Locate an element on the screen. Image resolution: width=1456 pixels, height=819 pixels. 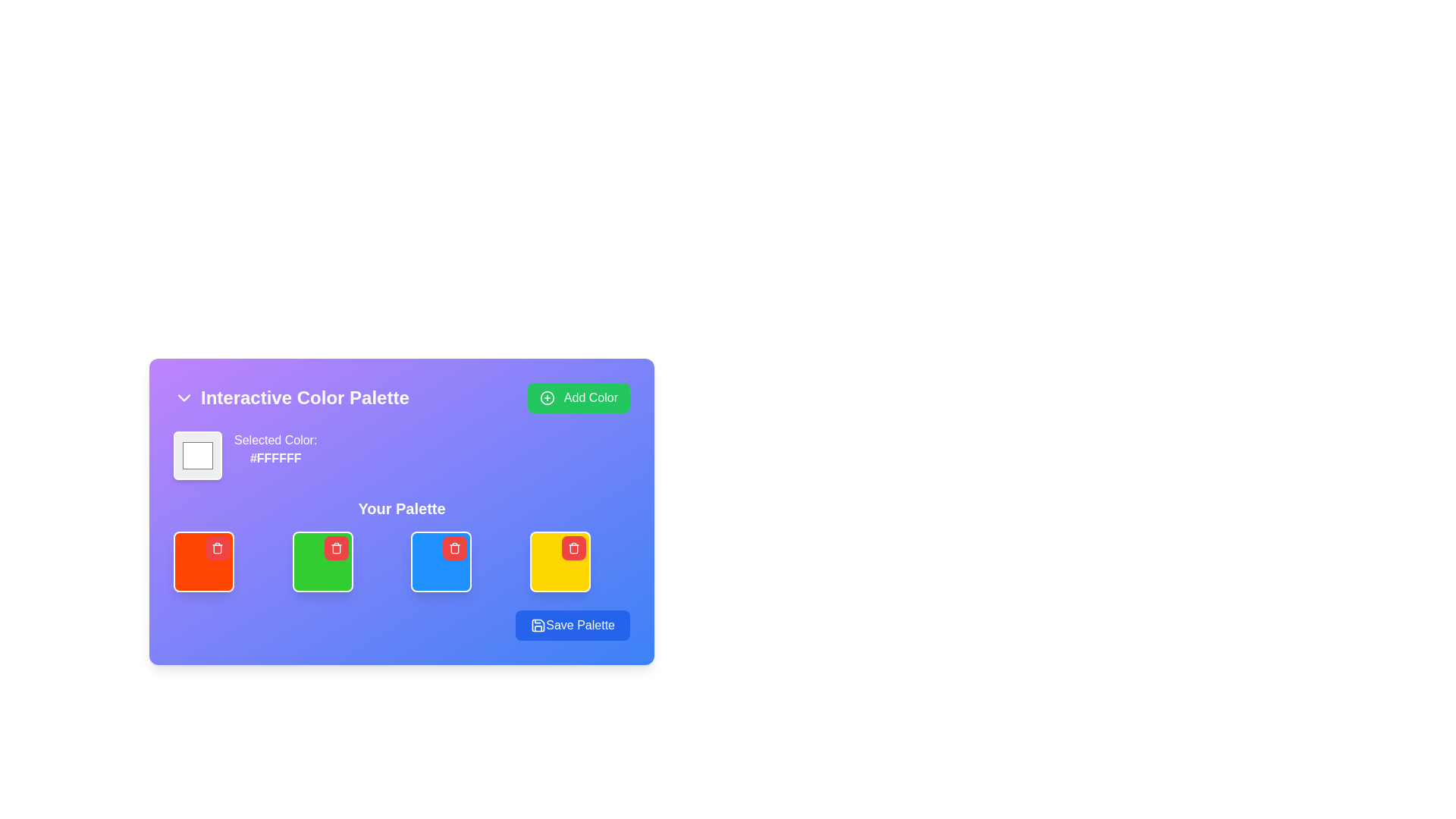
the delete icon overlaying the red rectangular button in 'Your Palette' is located at coordinates (573, 548).